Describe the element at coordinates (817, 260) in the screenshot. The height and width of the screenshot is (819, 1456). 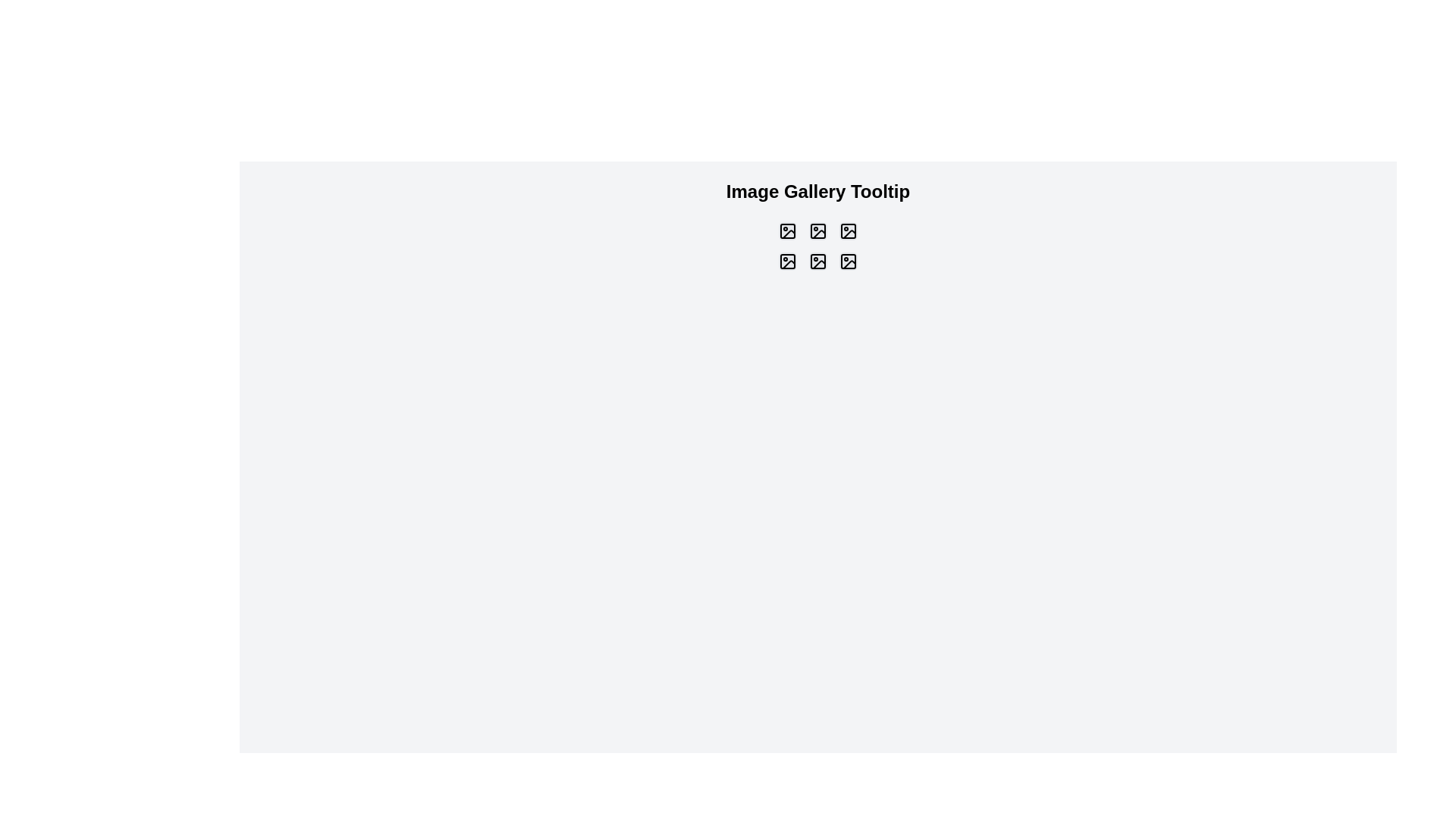
I see `graphical placeholder or icon located in the second row and second column of the grid layout beneath the 'Image Gallery Tooltip' title` at that location.